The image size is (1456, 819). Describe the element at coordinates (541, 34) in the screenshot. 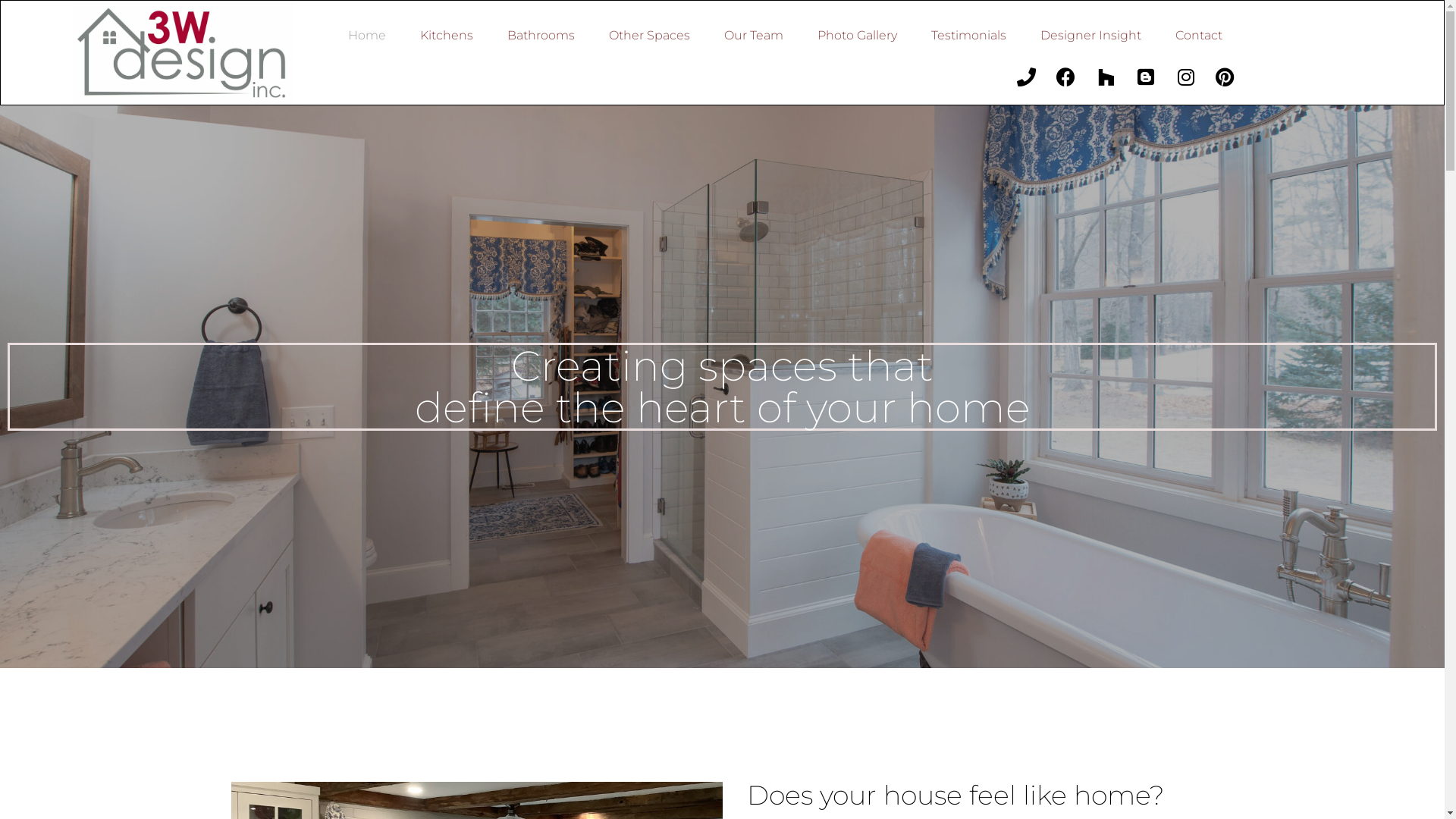

I see `'Bathrooms'` at that location.